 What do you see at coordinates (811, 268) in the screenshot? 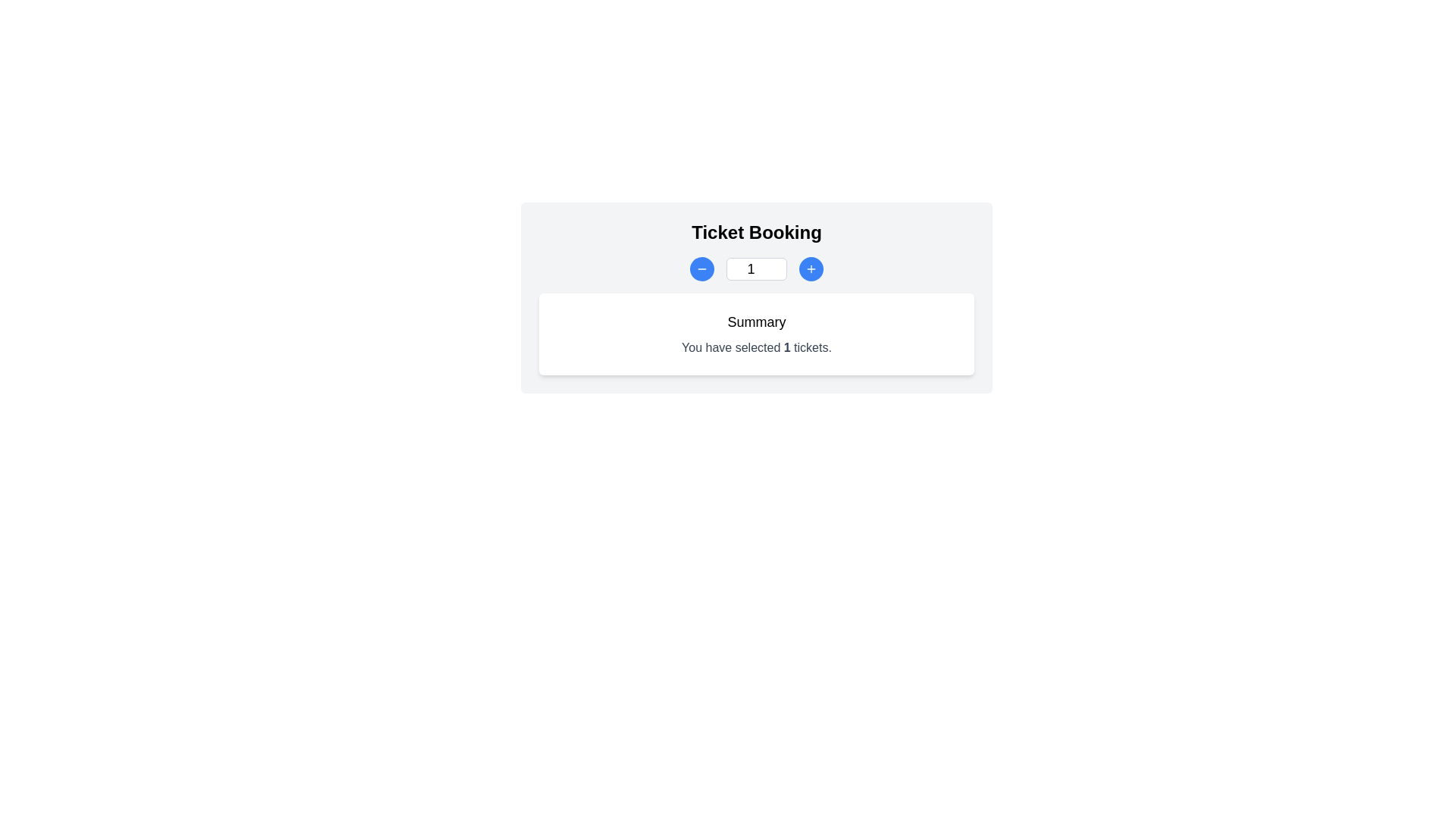
I see `the circular blue button with a white '+' icon` at bounding box center [811, 268].